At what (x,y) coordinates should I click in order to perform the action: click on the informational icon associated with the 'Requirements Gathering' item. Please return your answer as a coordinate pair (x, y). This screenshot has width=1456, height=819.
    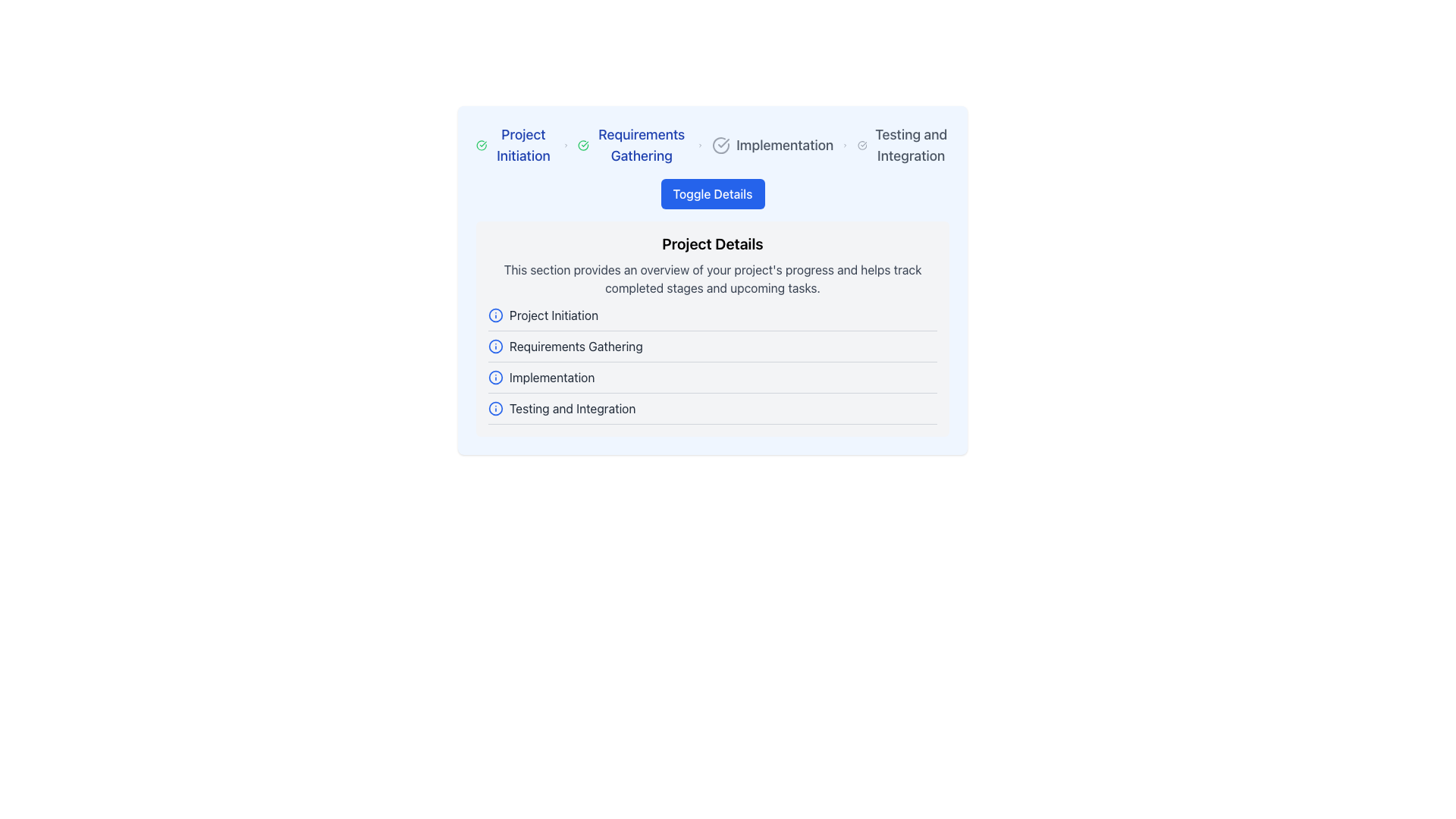
    Looking at the image, I should click on (495, 346).